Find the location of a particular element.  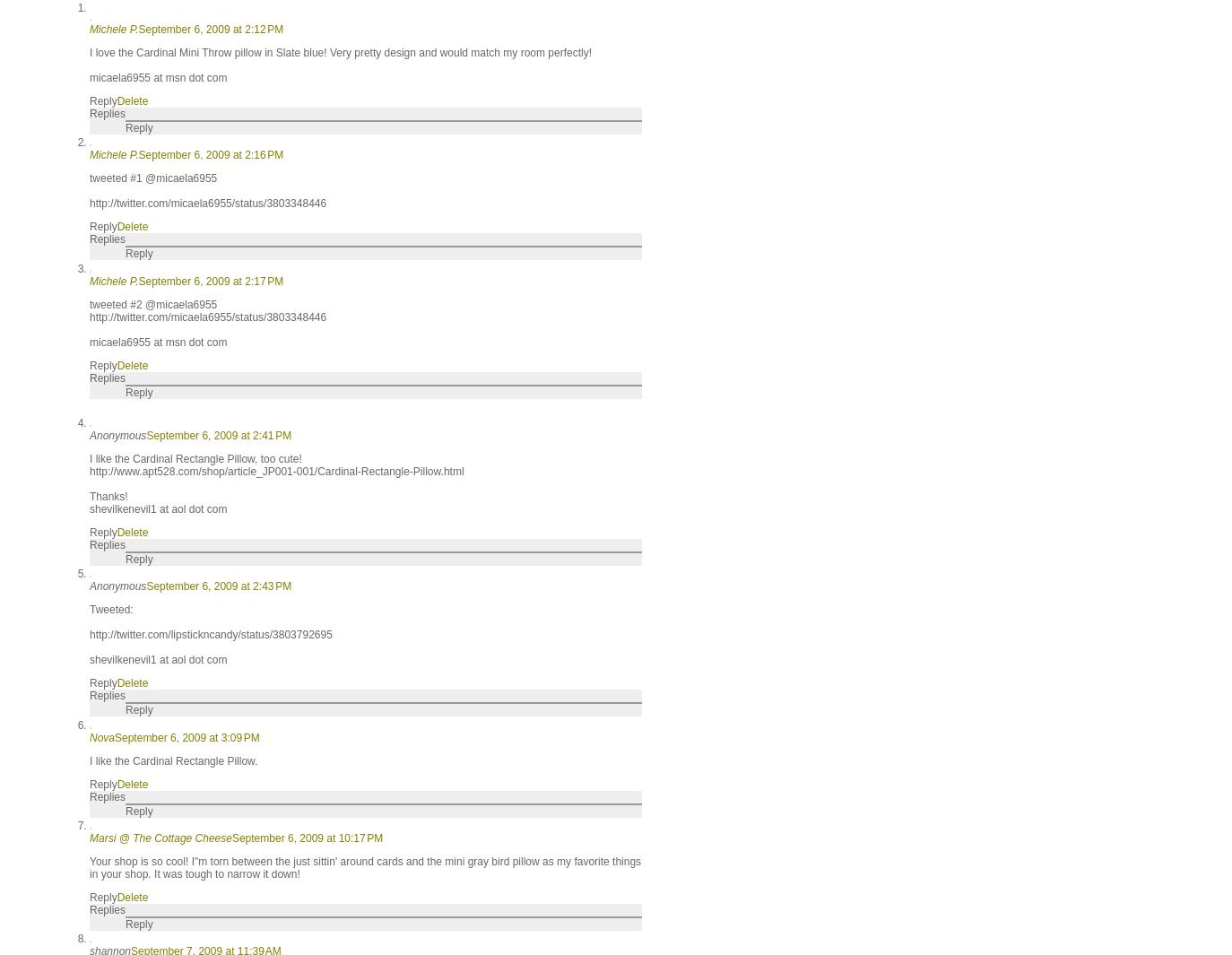

'Your shop is so cool!  I"m torn between the just sittin' around cards and the mini gray bird pillow as my favorite things in your shop.  It was tough to narrow it down!' is located at coordinates (365, 867).